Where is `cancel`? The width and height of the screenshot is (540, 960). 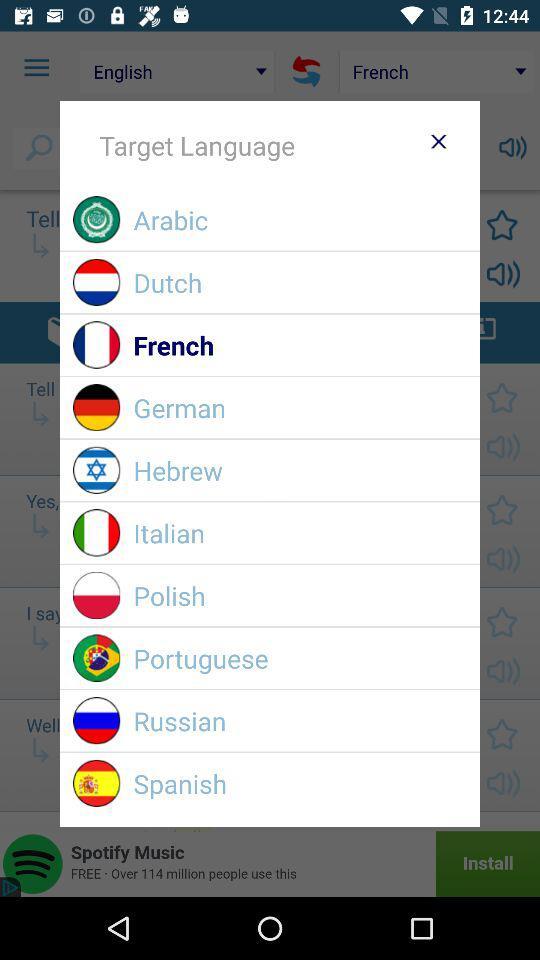
cancel is located at coordinates (437, 140).